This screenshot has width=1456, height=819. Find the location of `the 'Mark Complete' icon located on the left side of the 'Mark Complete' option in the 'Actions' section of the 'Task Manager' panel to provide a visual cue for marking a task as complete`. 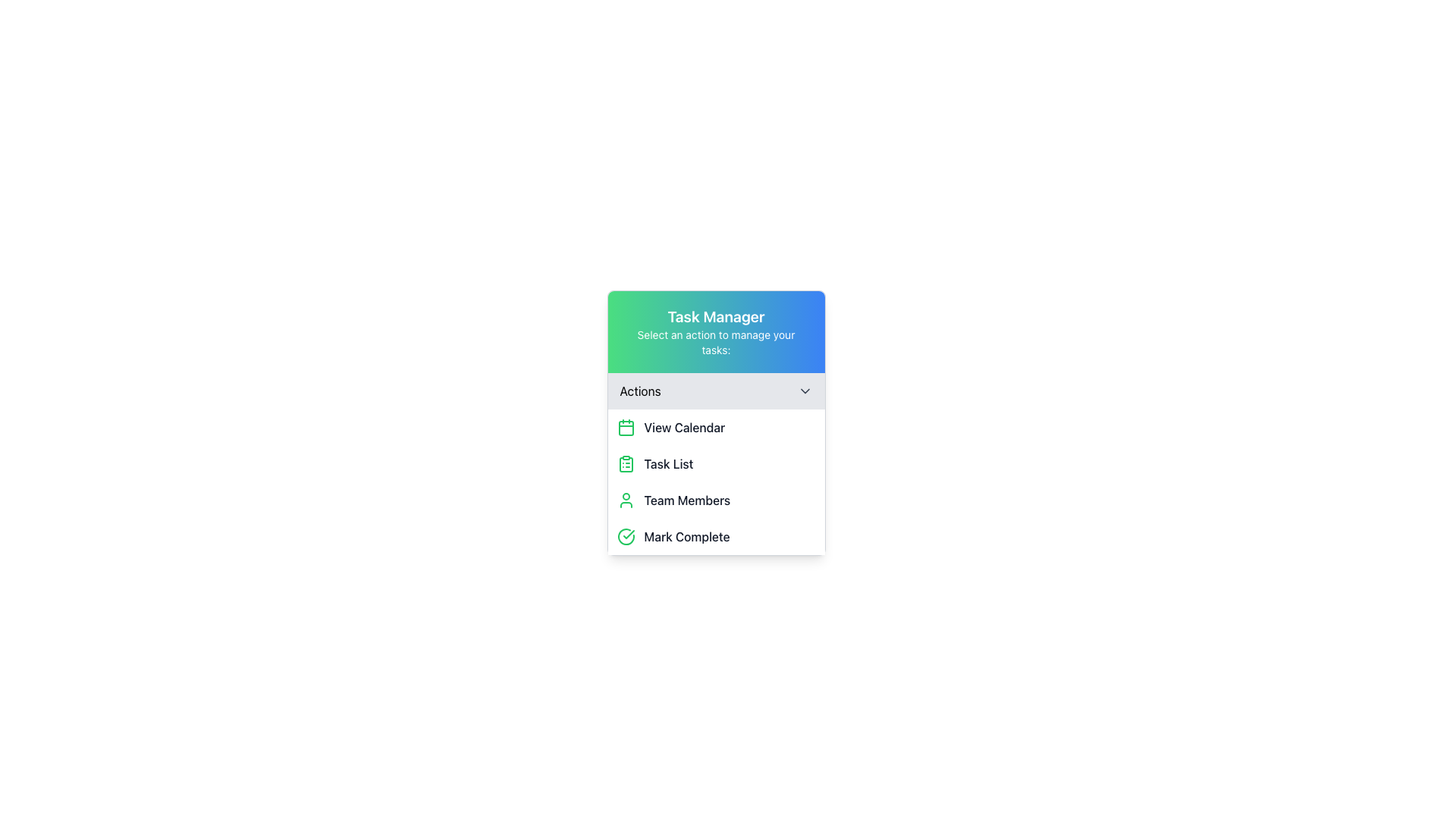

the 'Mark Complete' icon located on the left side of the 'Mark Complete' option in the 'Actions' section of the 'Task Manager' panel to provide a visual cue for marking a task as complete is located at coordinates (626, 536).